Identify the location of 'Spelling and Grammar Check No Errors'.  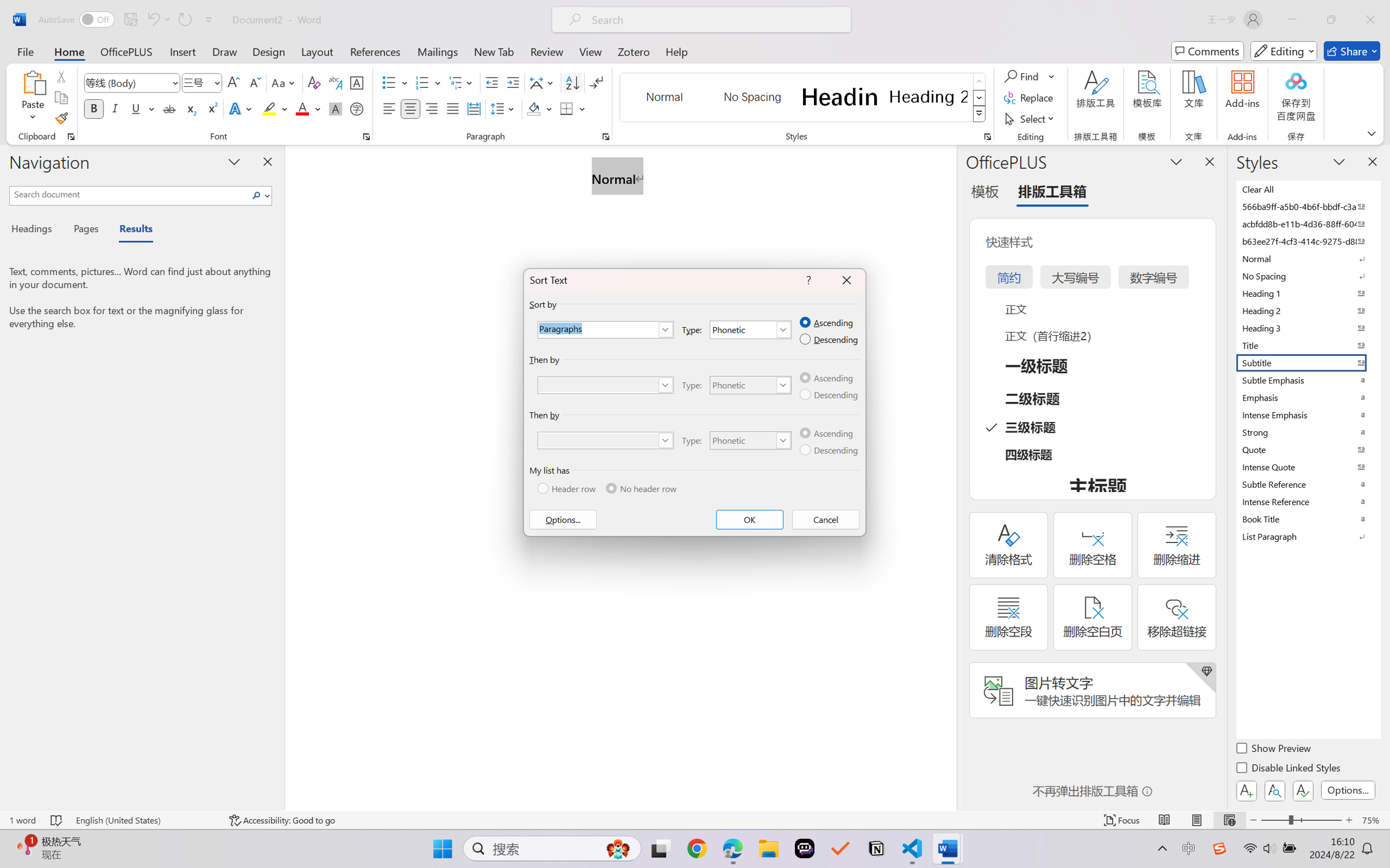
(56, 820).